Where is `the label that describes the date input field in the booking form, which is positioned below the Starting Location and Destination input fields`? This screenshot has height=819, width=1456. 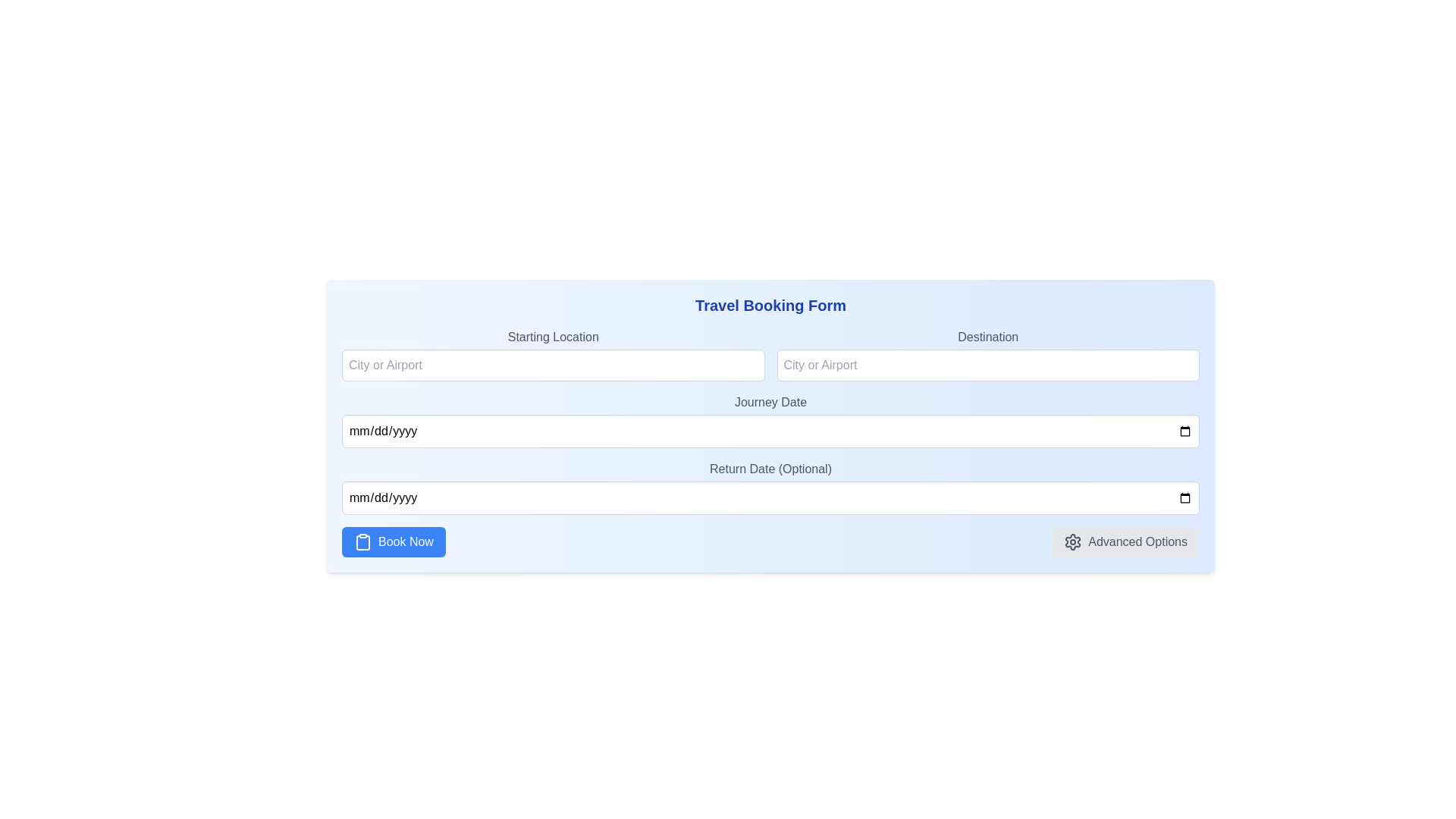
the label that describes the date input field in the booking form, which is positioned below the Starting Location and Destination input fields is located at coordinates (770, 401).